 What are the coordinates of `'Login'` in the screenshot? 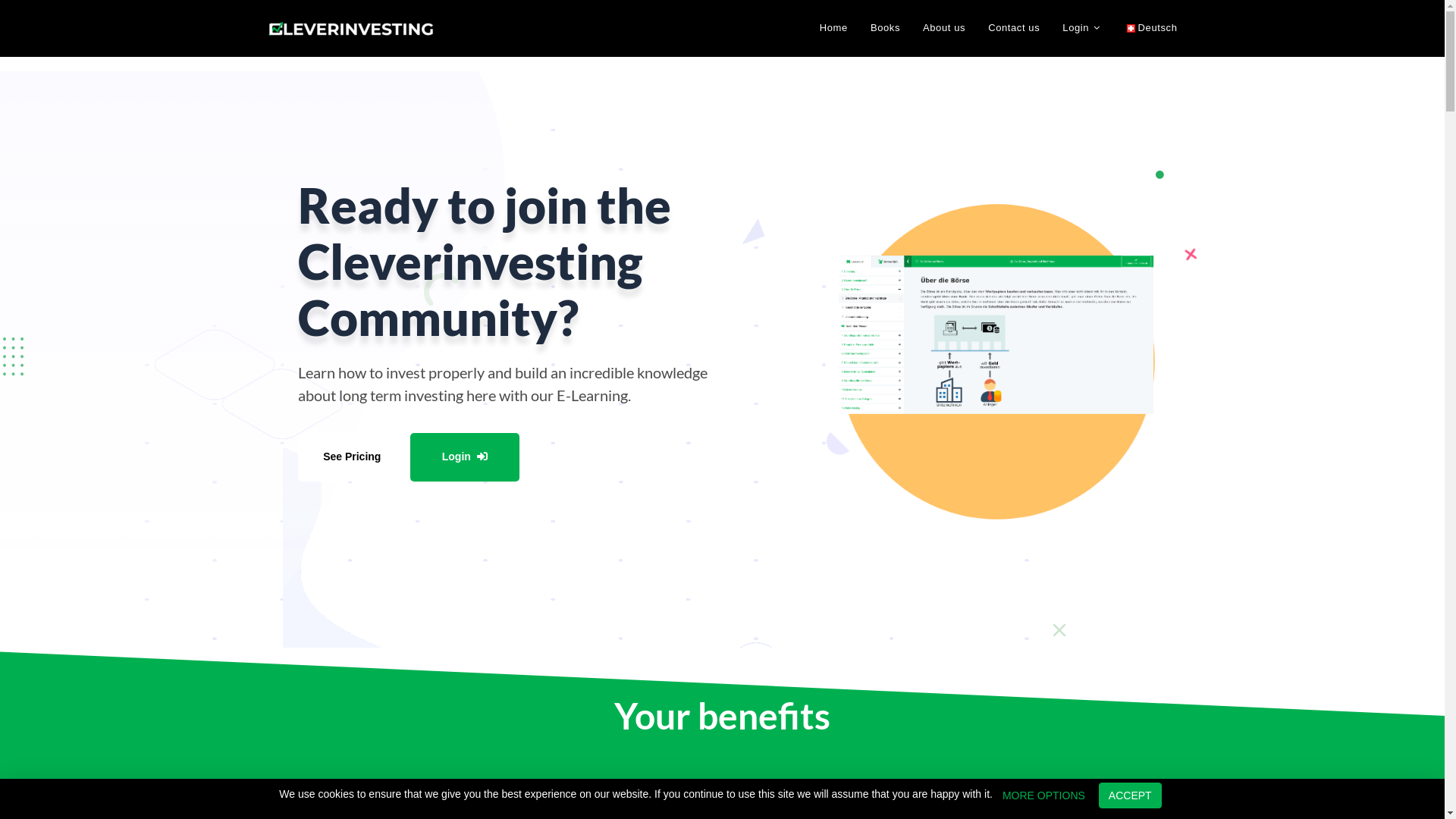 It's located at (1082, 28).